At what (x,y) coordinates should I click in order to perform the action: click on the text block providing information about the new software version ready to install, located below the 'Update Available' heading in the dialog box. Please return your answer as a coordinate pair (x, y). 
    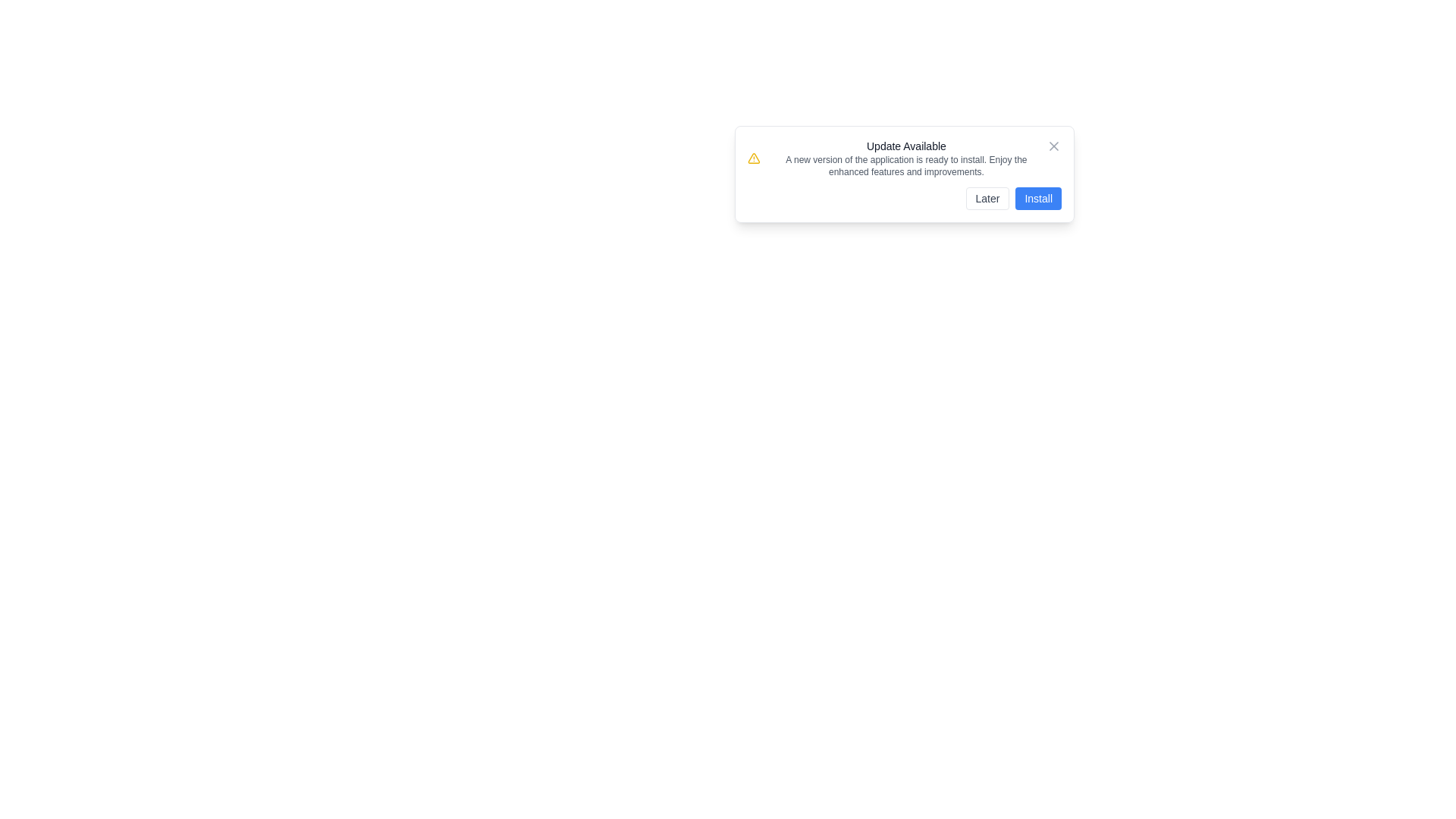
    Looking at the image, I should click on (906, 166).